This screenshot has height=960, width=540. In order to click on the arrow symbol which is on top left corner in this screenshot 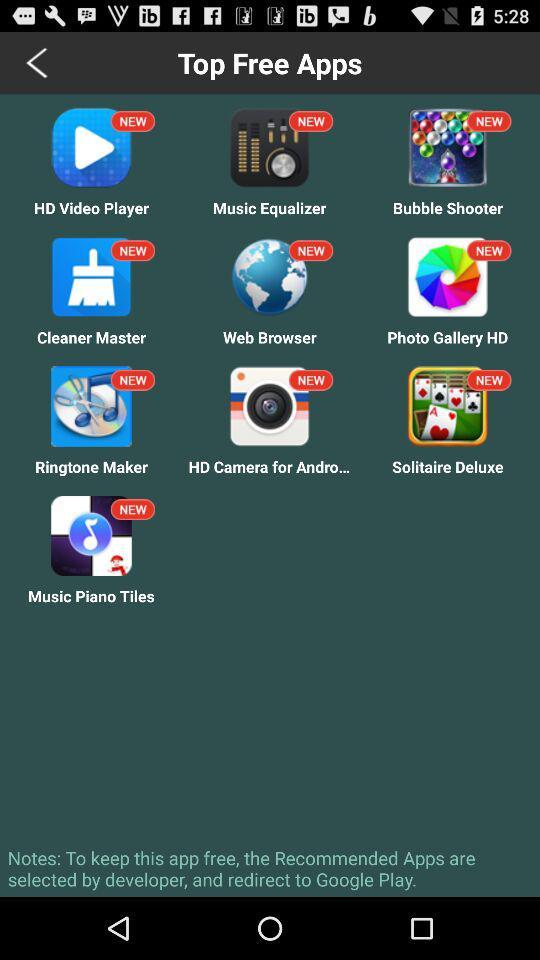, I will do `click(38, 62)`.